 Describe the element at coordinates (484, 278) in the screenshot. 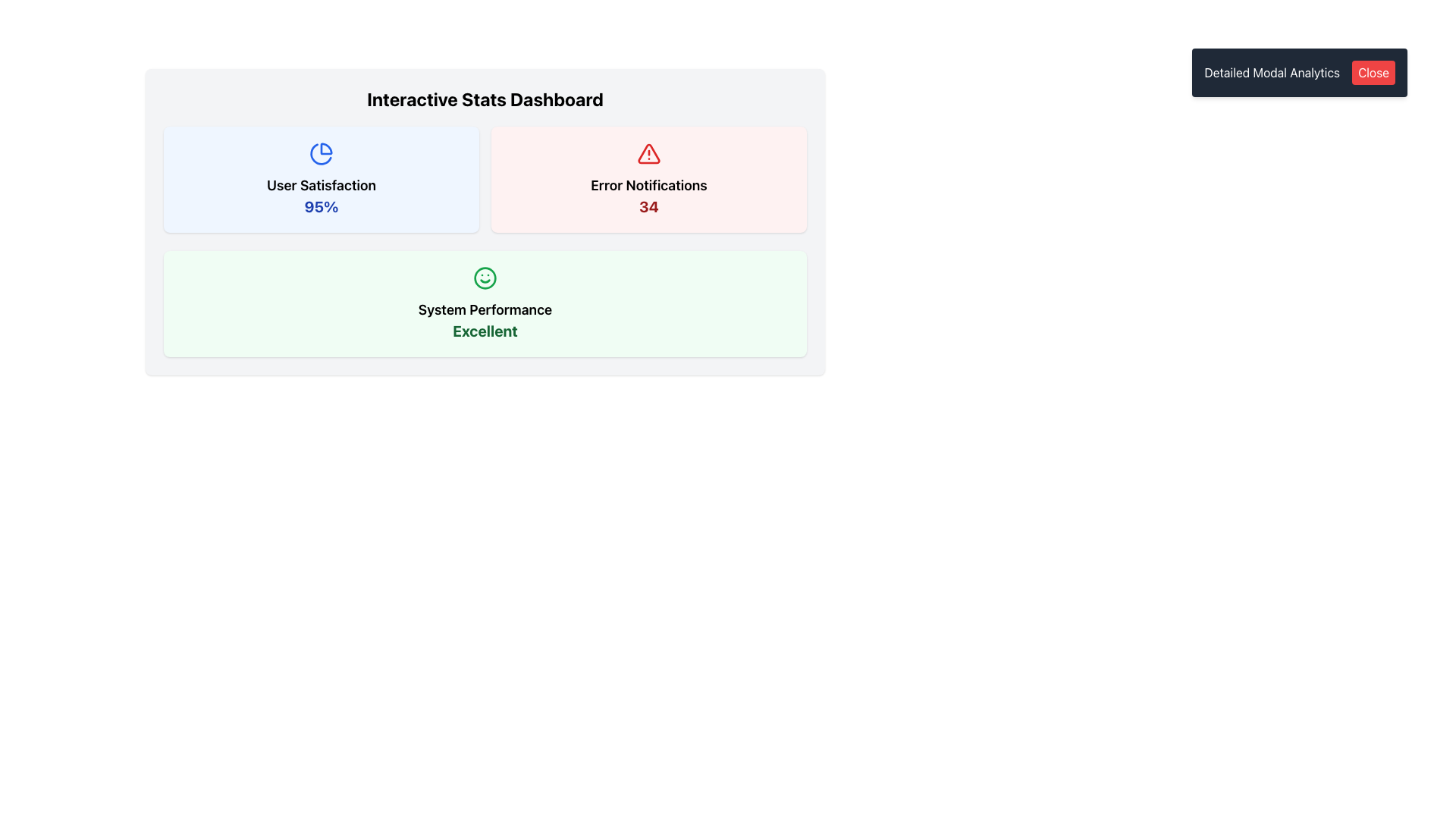

I see `the circular graphic element located inside the smiley face icon within the 'System Performance Excellent' panel of the 'Interactive Stats Dashboard'` at that location.